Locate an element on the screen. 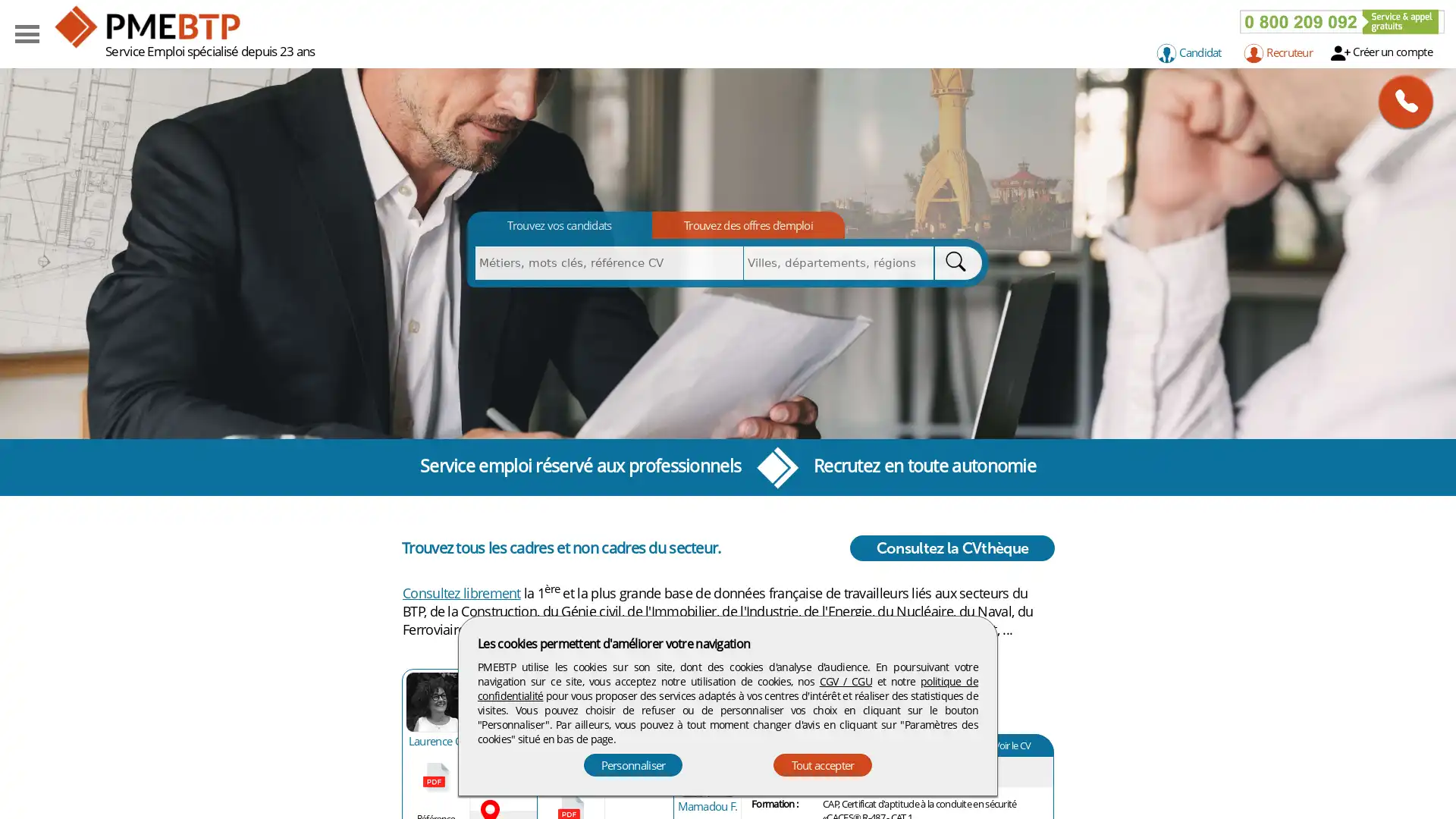  Rechercher is located at coordinates (956, 262).